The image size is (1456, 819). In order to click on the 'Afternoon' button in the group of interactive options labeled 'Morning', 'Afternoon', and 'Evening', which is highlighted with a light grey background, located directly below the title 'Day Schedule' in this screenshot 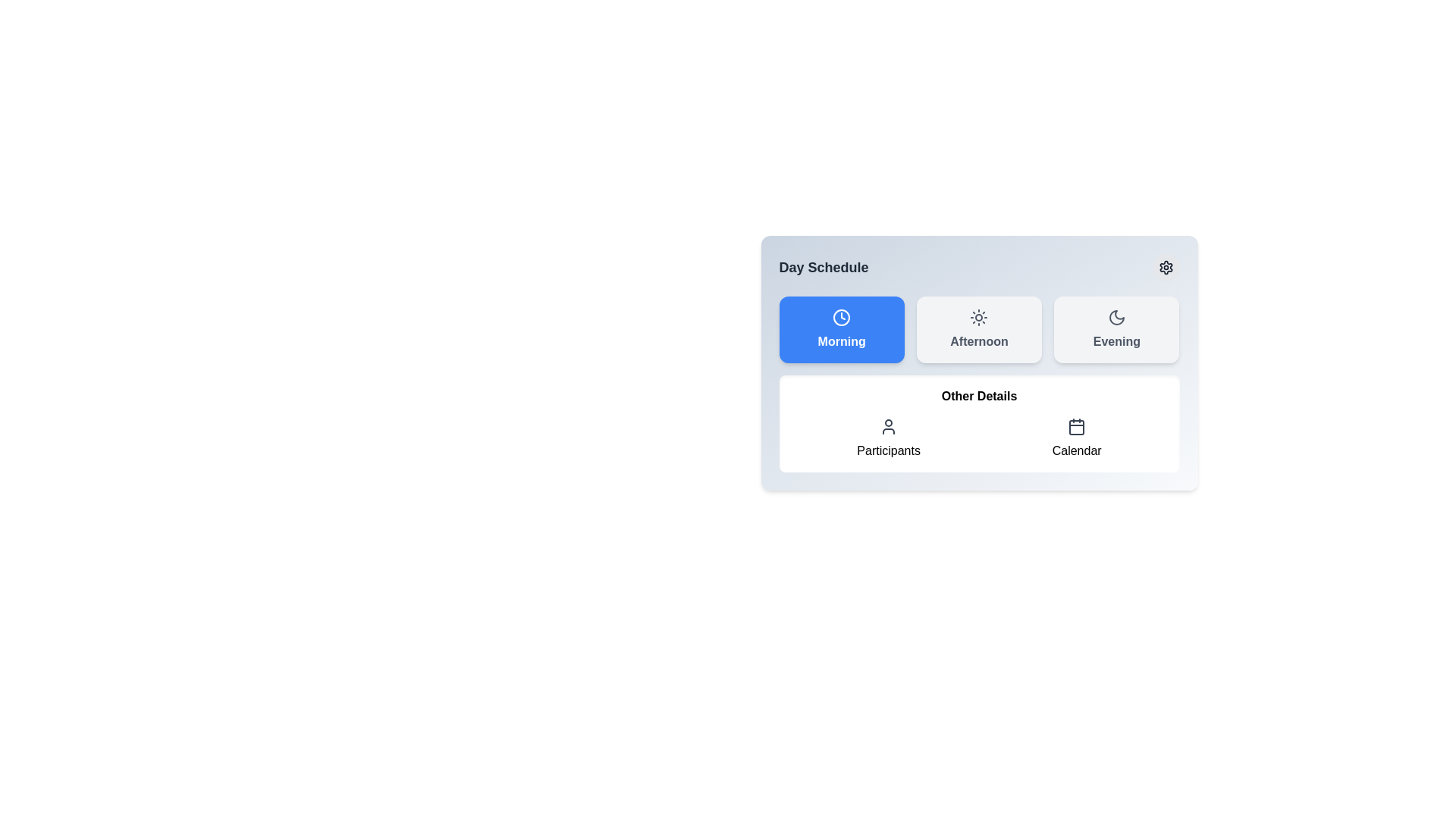, I will do `click(979, 329)`.